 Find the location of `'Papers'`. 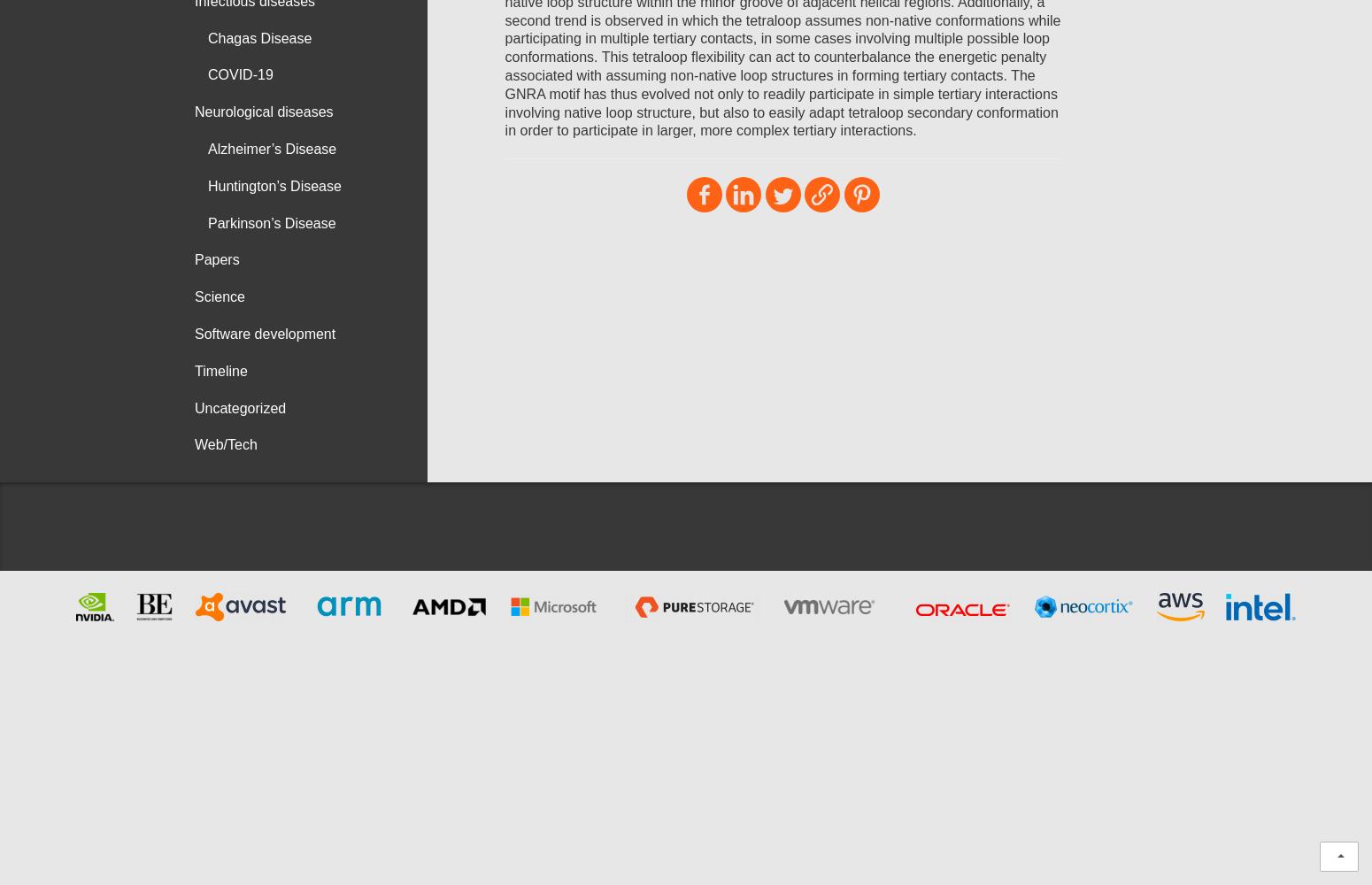

'Papers' is located at coordinates (217, 259).